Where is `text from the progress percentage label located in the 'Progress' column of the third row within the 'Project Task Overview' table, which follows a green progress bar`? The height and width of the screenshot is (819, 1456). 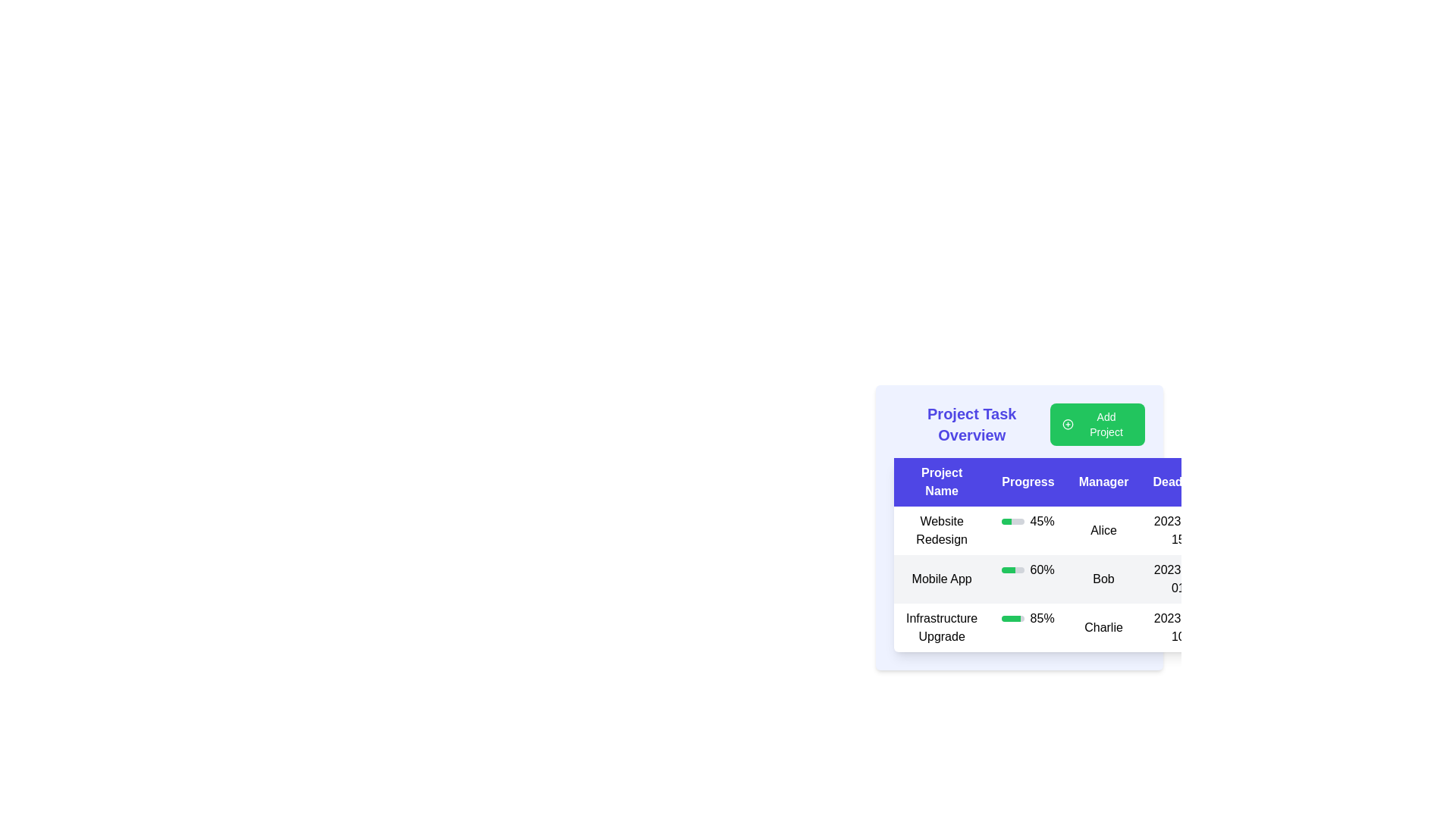 text from the progress percentage label located in the 'Progress' column of the third row within the 'Project Task Overview' table, which follows a green progress bar is located at coordinates (1041, 619).